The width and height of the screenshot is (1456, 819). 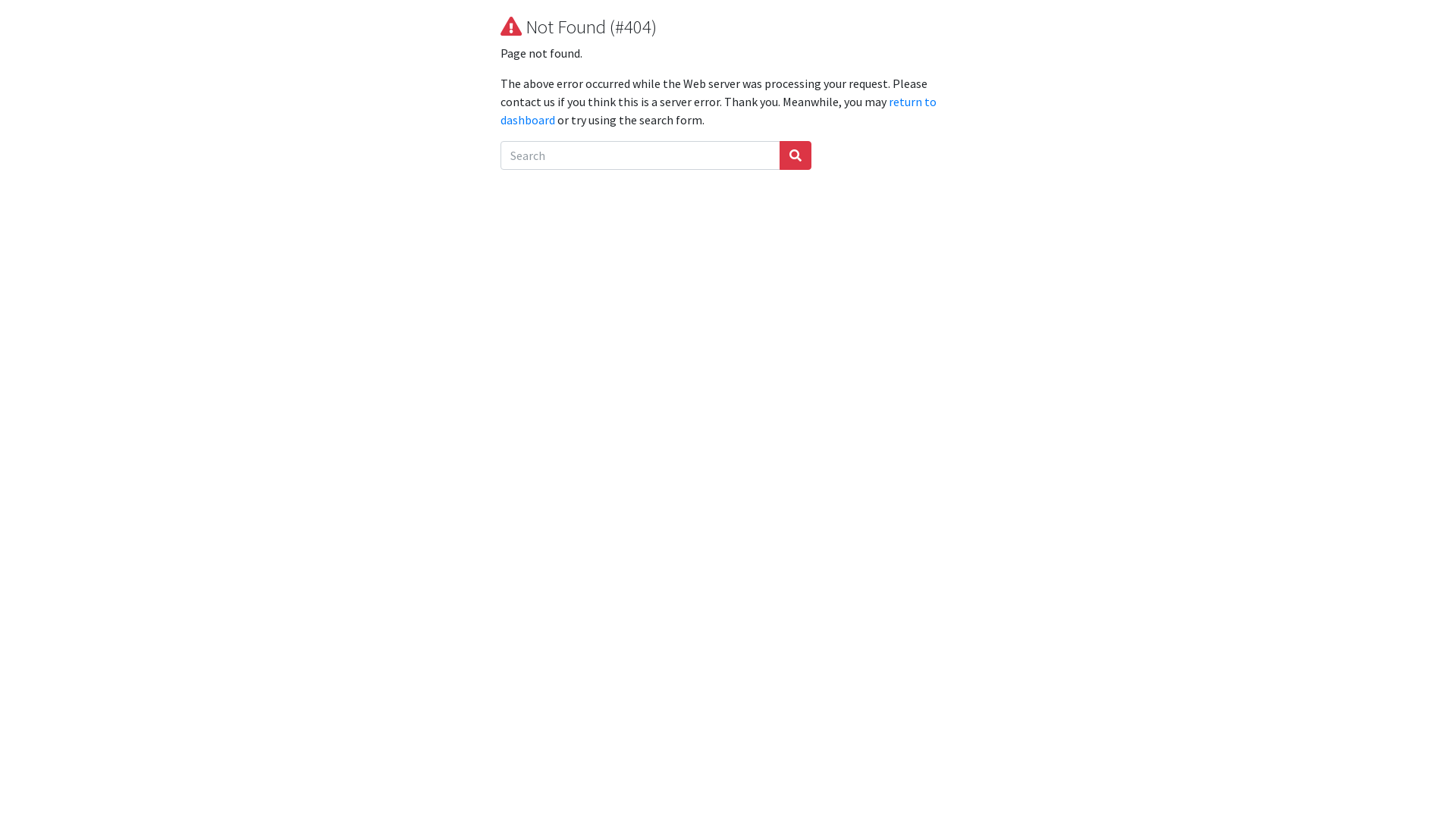 What do you see at coordinates (717, 110) in the screenshot?
I see `'return to dashboard'` at bounding box center [717, 110].